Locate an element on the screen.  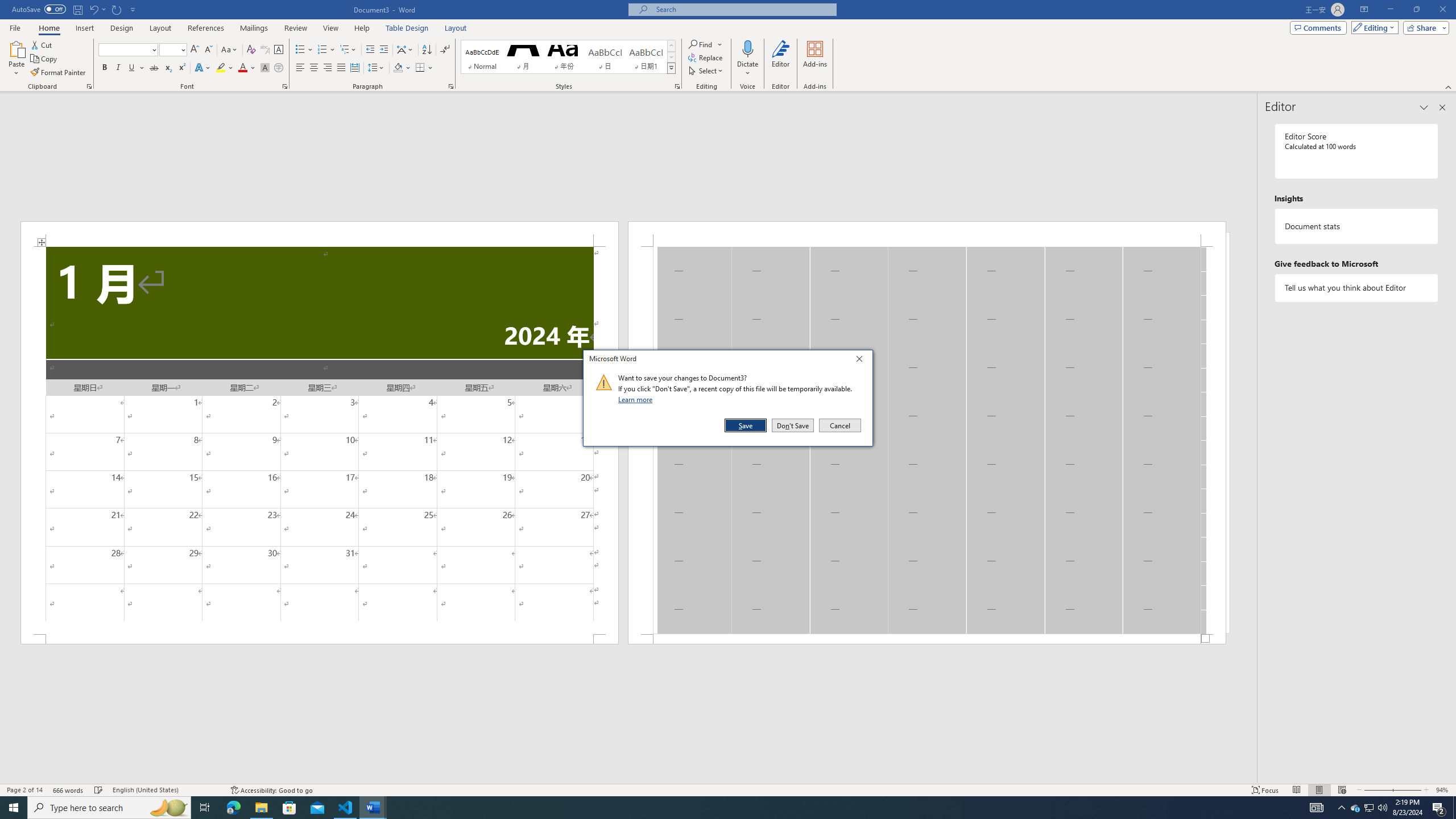
'Document statistics' is located at coordinates (1356, 226).